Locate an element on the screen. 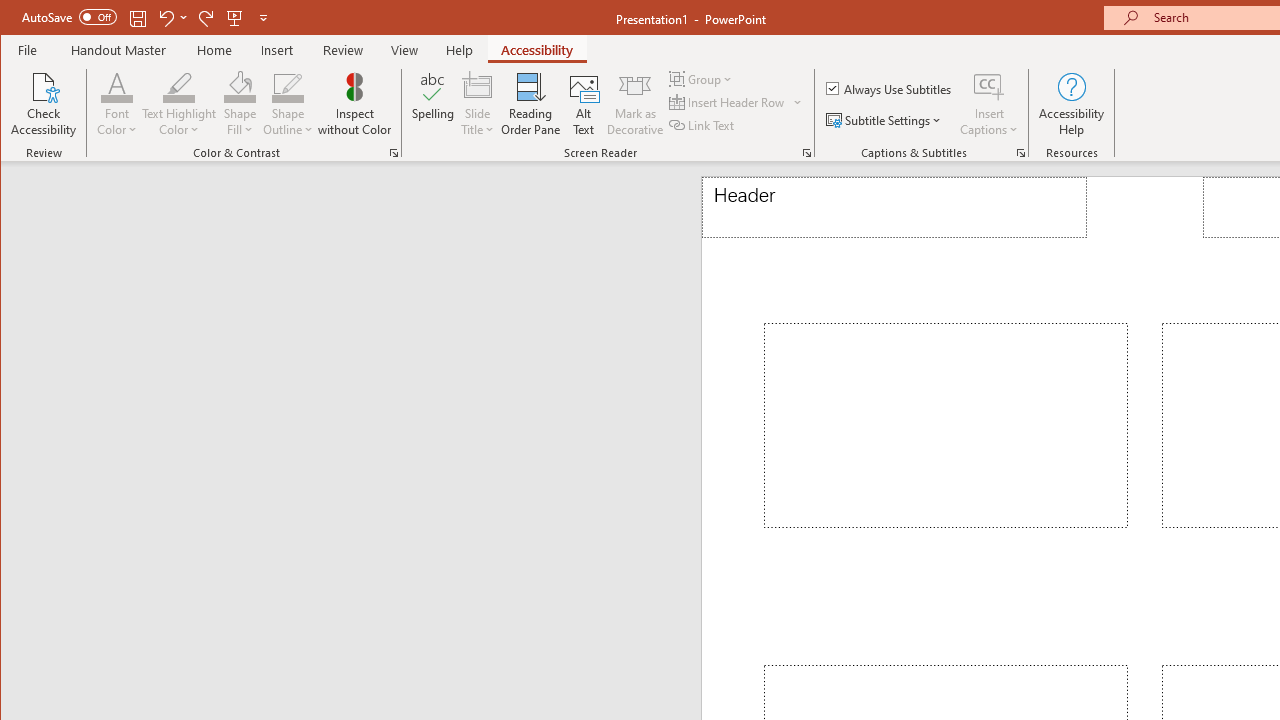 Image resolution: width=1280 pixels, height=720 pixels. 'Header' is located at coordinates (893, 207).